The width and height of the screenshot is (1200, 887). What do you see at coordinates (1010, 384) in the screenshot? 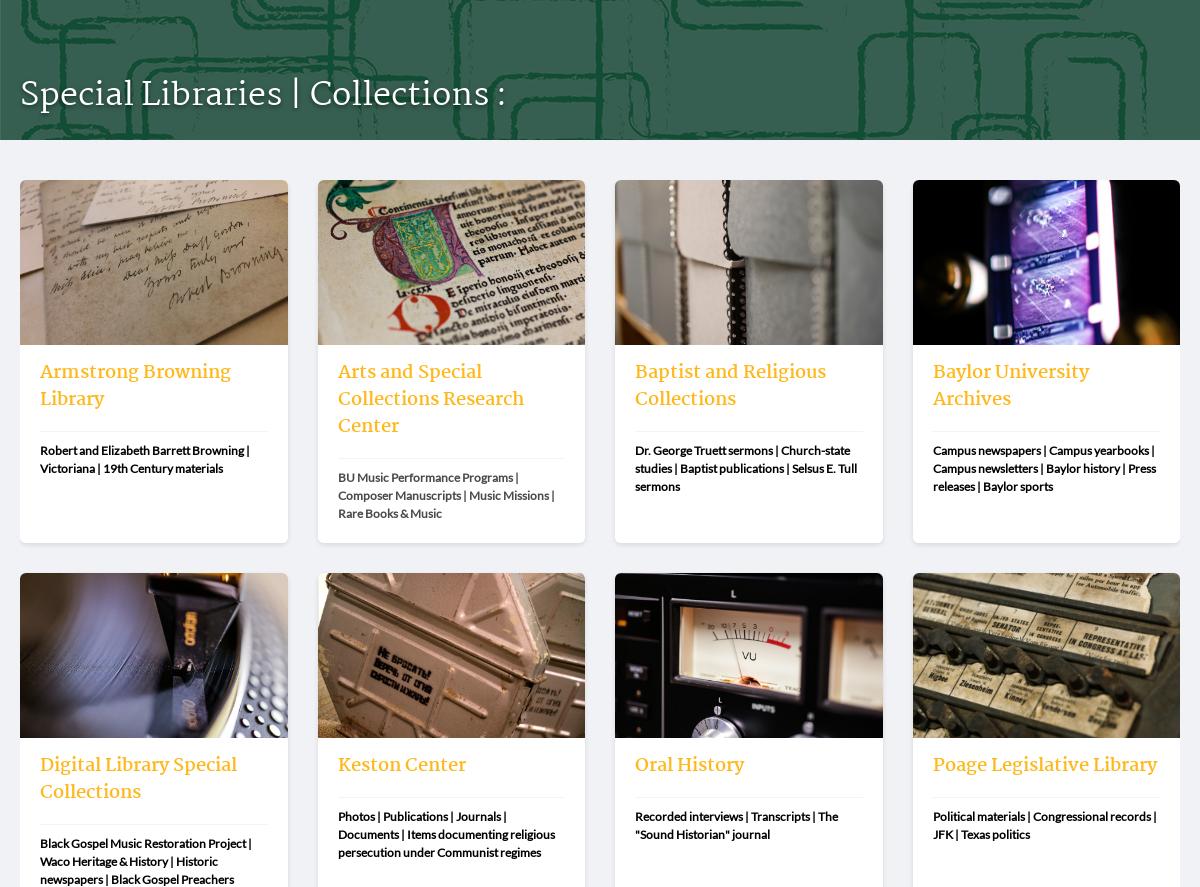
I see `'Baylor University Archives'` at bounding box center [1010, 384].